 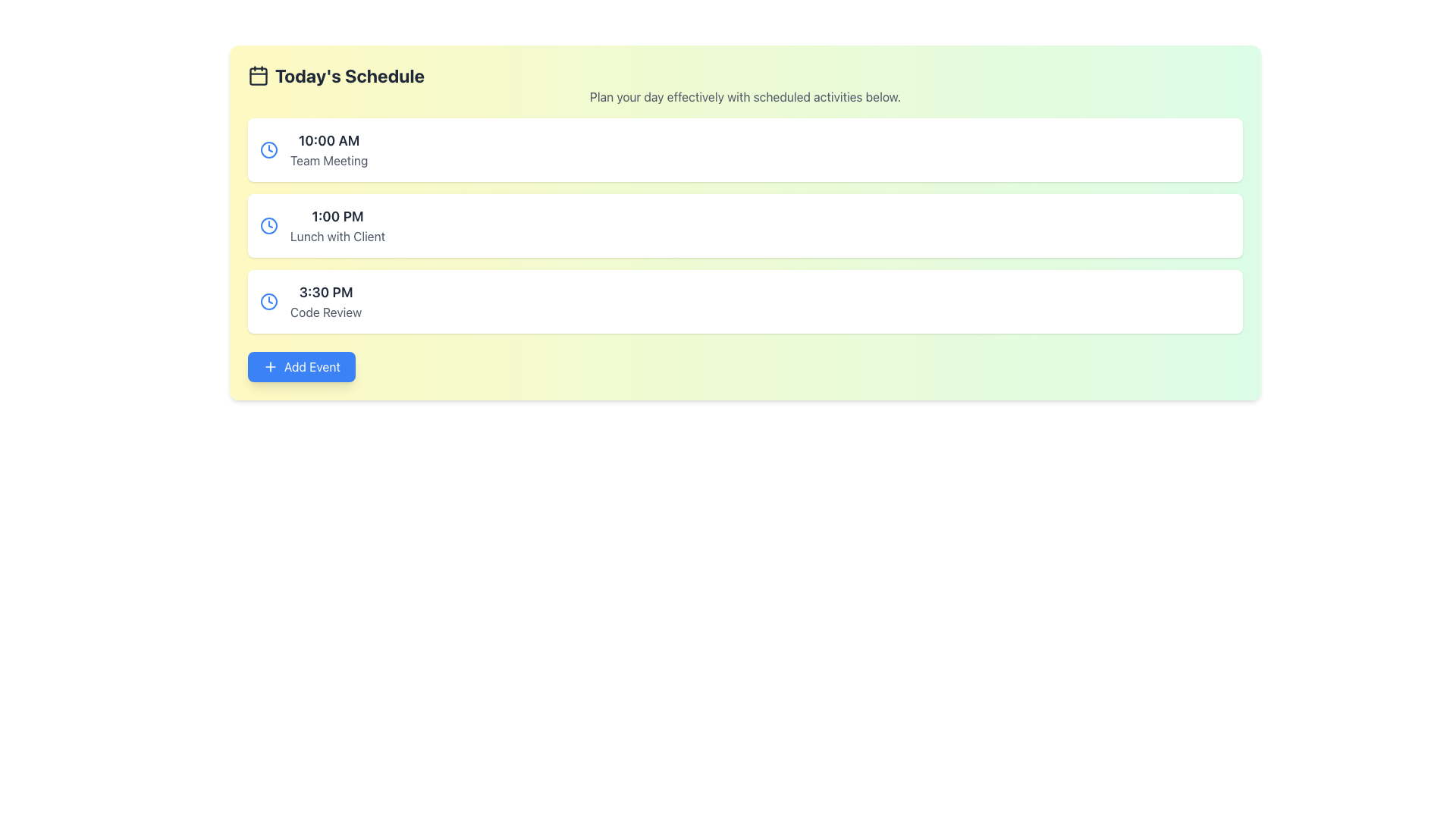 I want to click on the 'Code Review' text label that indicates an event scheduled at 3:30 PM, located to the right of the schedule icon and aligned under '3:30 PM', so click(x=325, y=312).